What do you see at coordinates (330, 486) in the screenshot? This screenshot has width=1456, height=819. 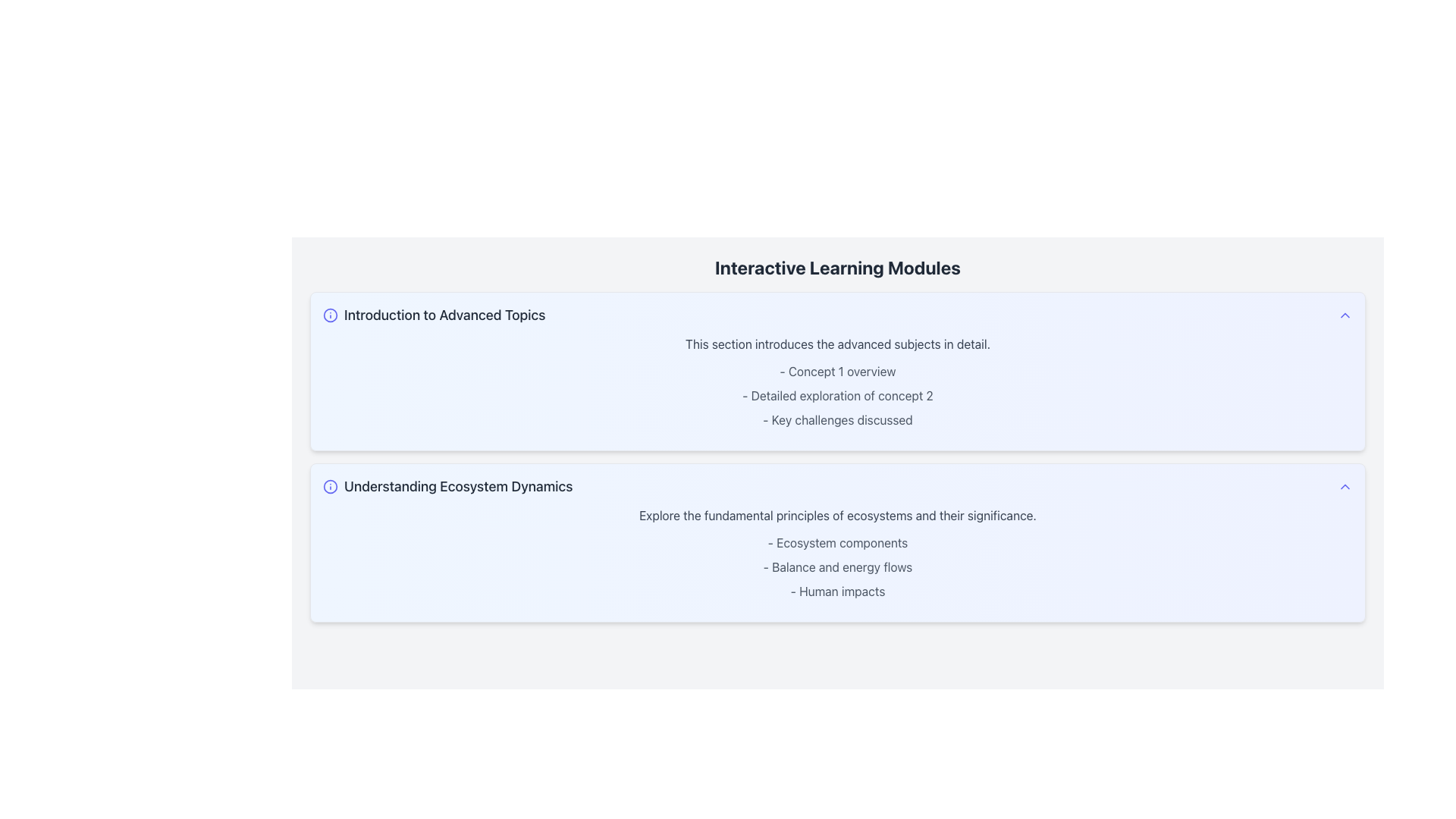 I see `the informational icon located at the top-left corner of the 'Understanding Ecosystem Dynamics' card, which provides additional details when interacted with` at bounding box center [330, 486].